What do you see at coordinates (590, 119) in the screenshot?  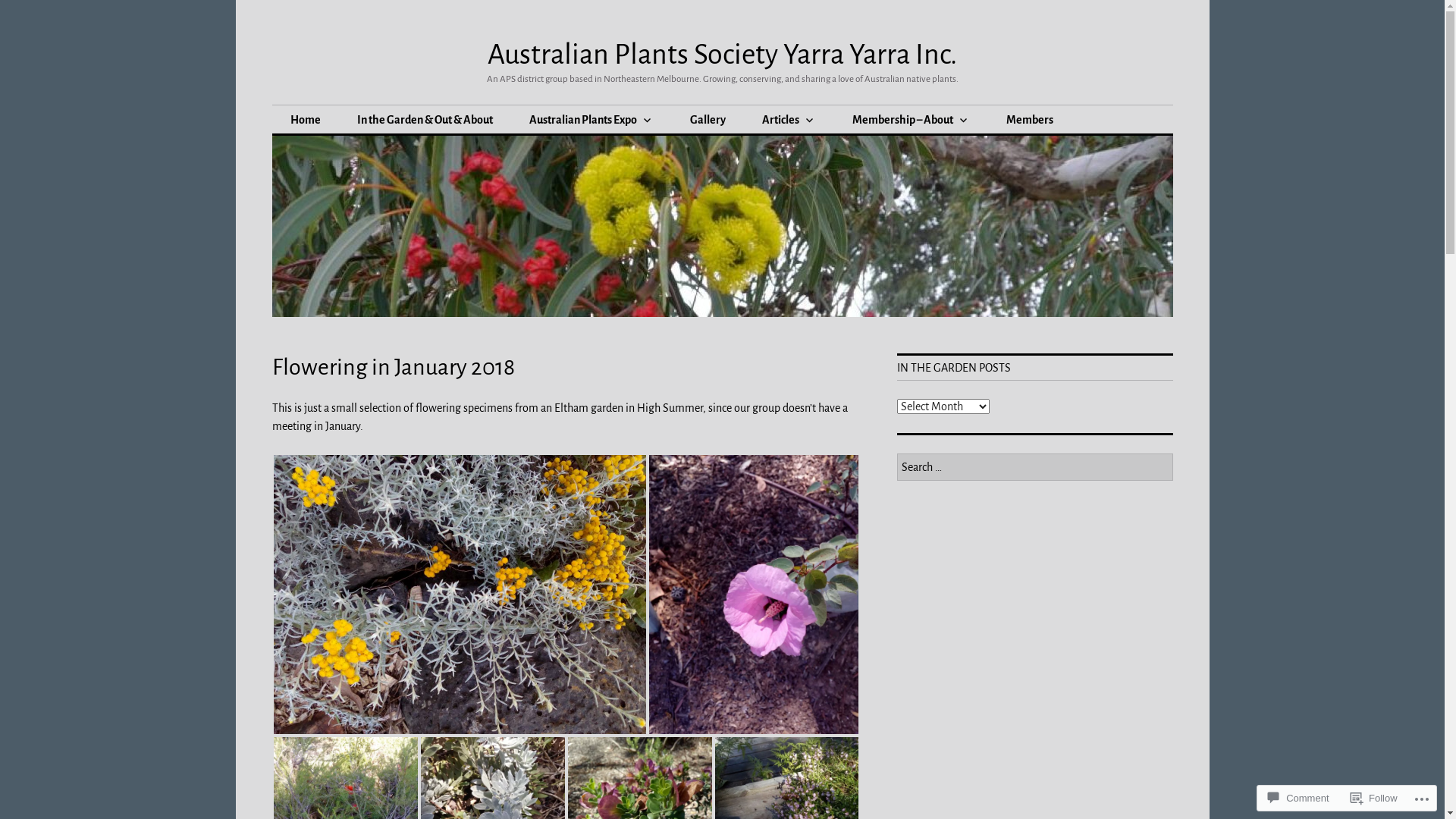 I see `'Australian Plants Expo'` at bounding box center [590, 119].